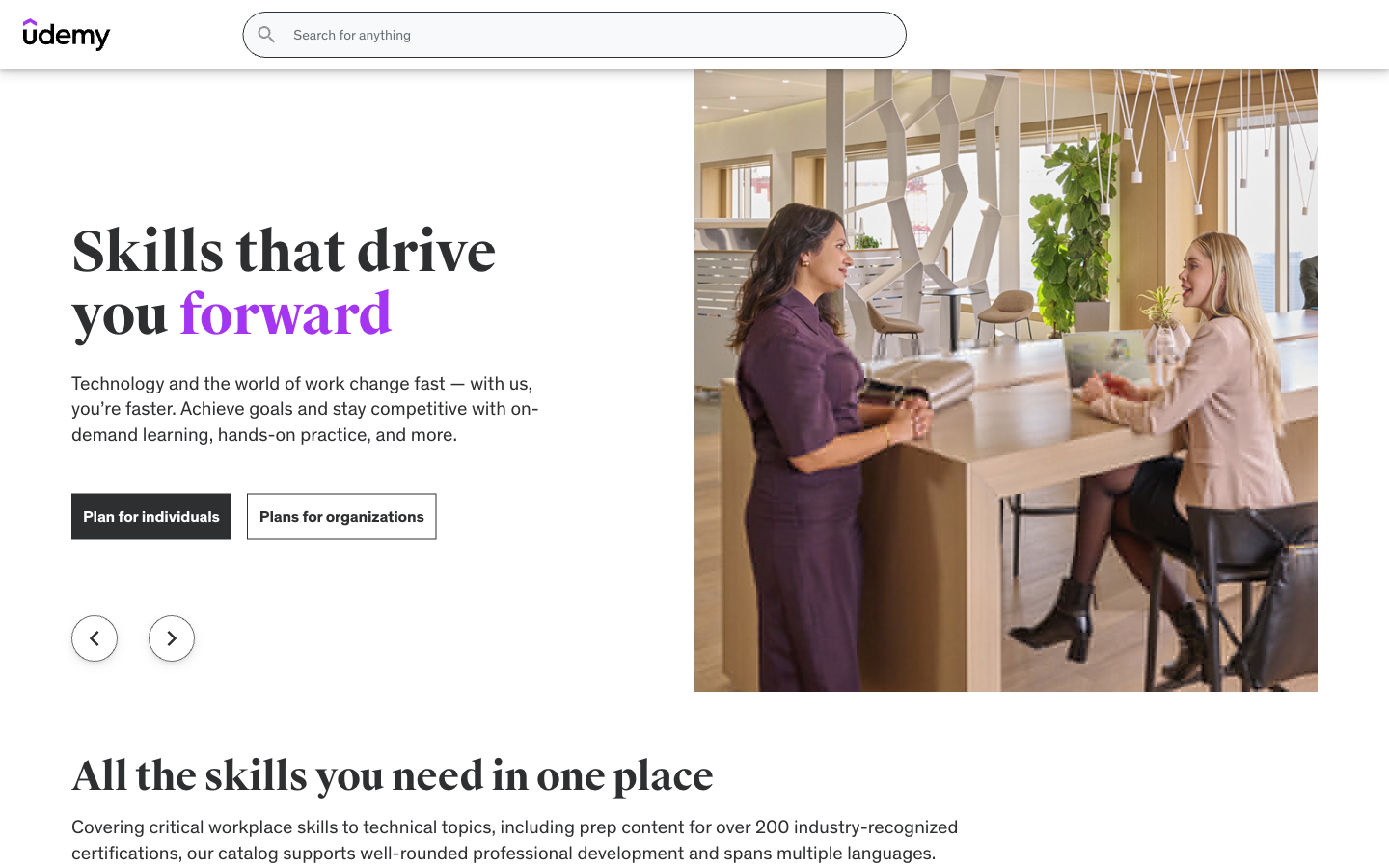 This screenshot has width=1389, height=868. What do you see at coordinates (313, 441) in the screenshot?
I see `filter type` at bounding box center [313, 441].